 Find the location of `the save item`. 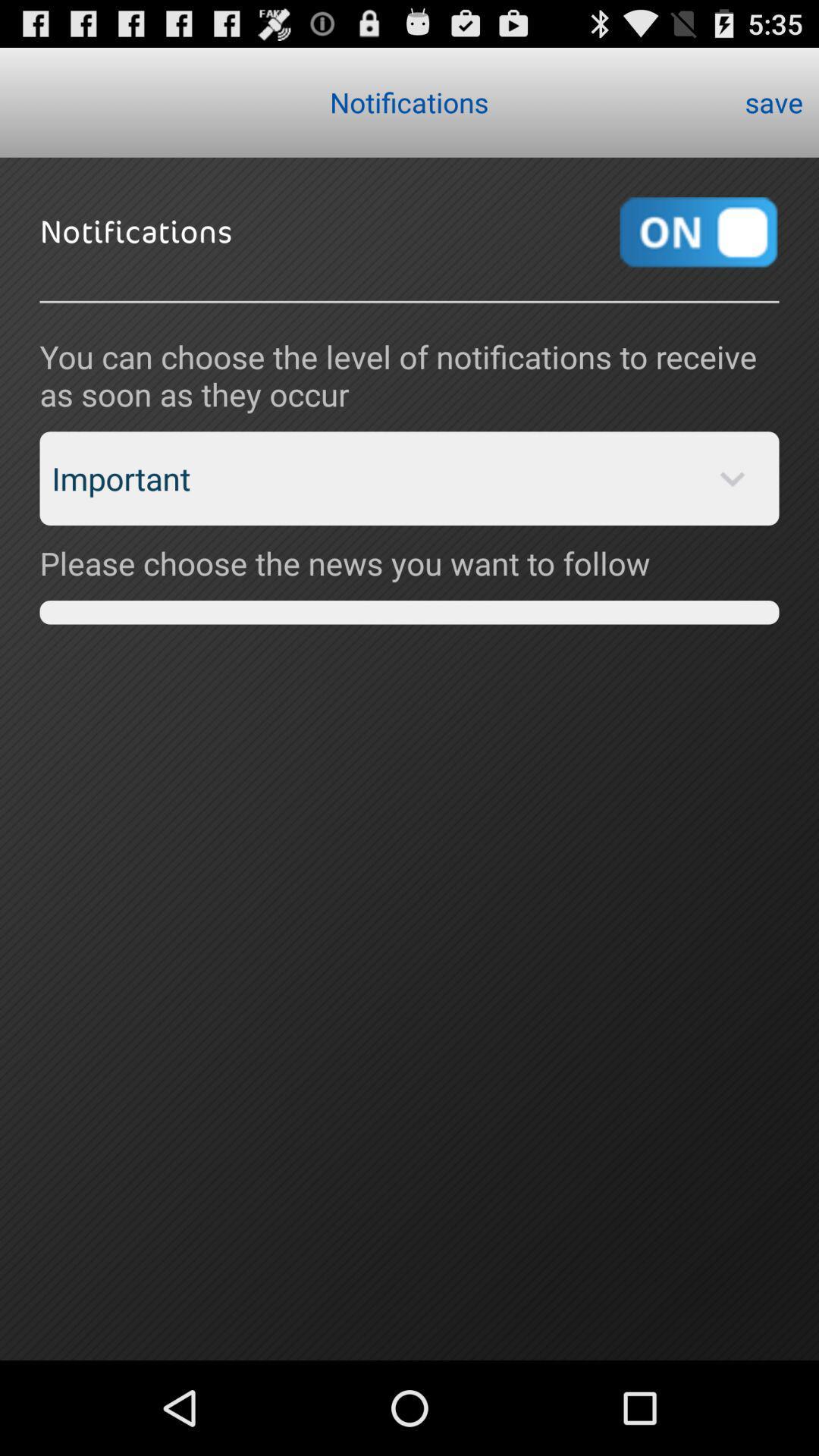

the save item is located at coordinates (773, 101).